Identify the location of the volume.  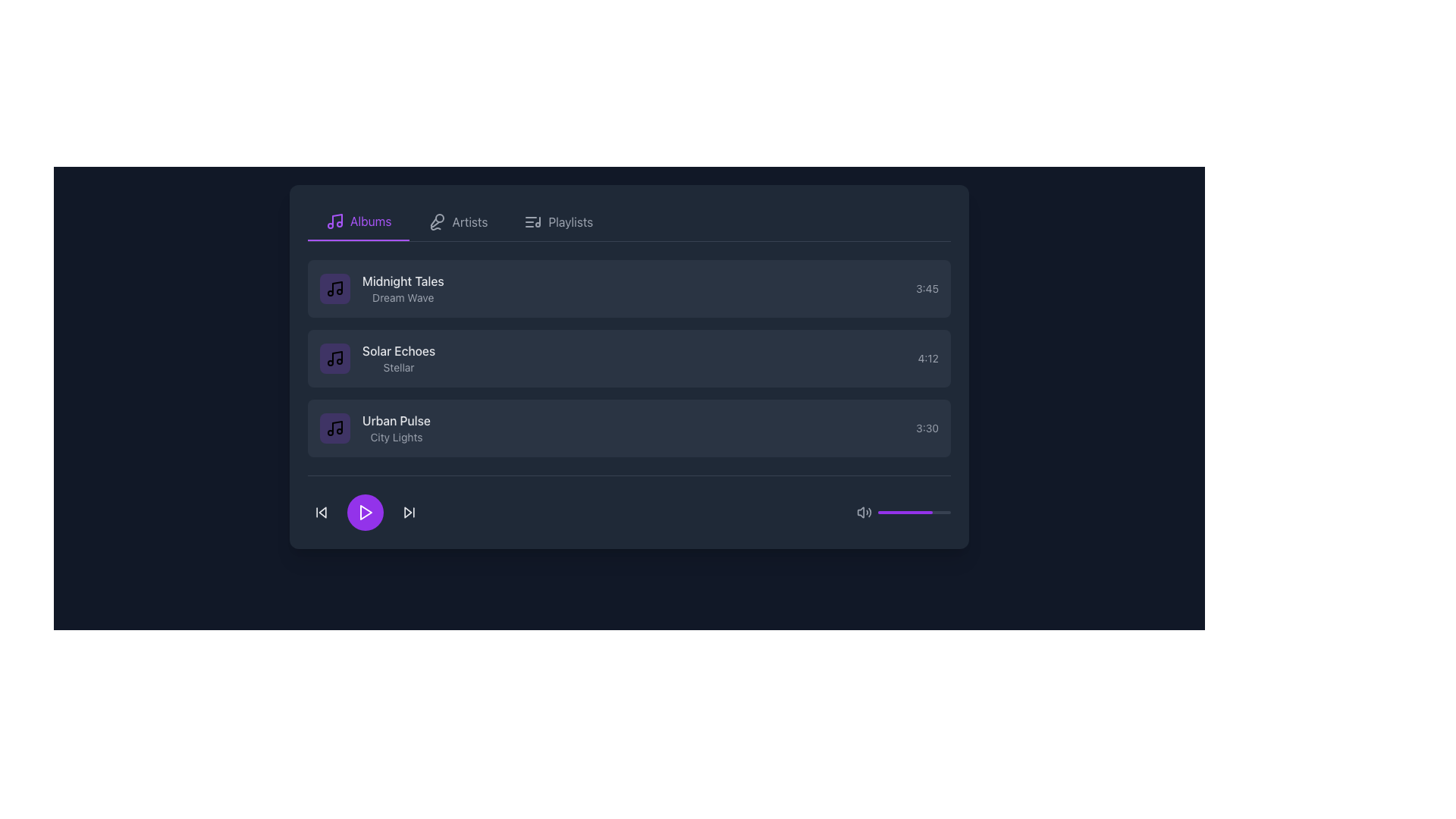
(890, 512).